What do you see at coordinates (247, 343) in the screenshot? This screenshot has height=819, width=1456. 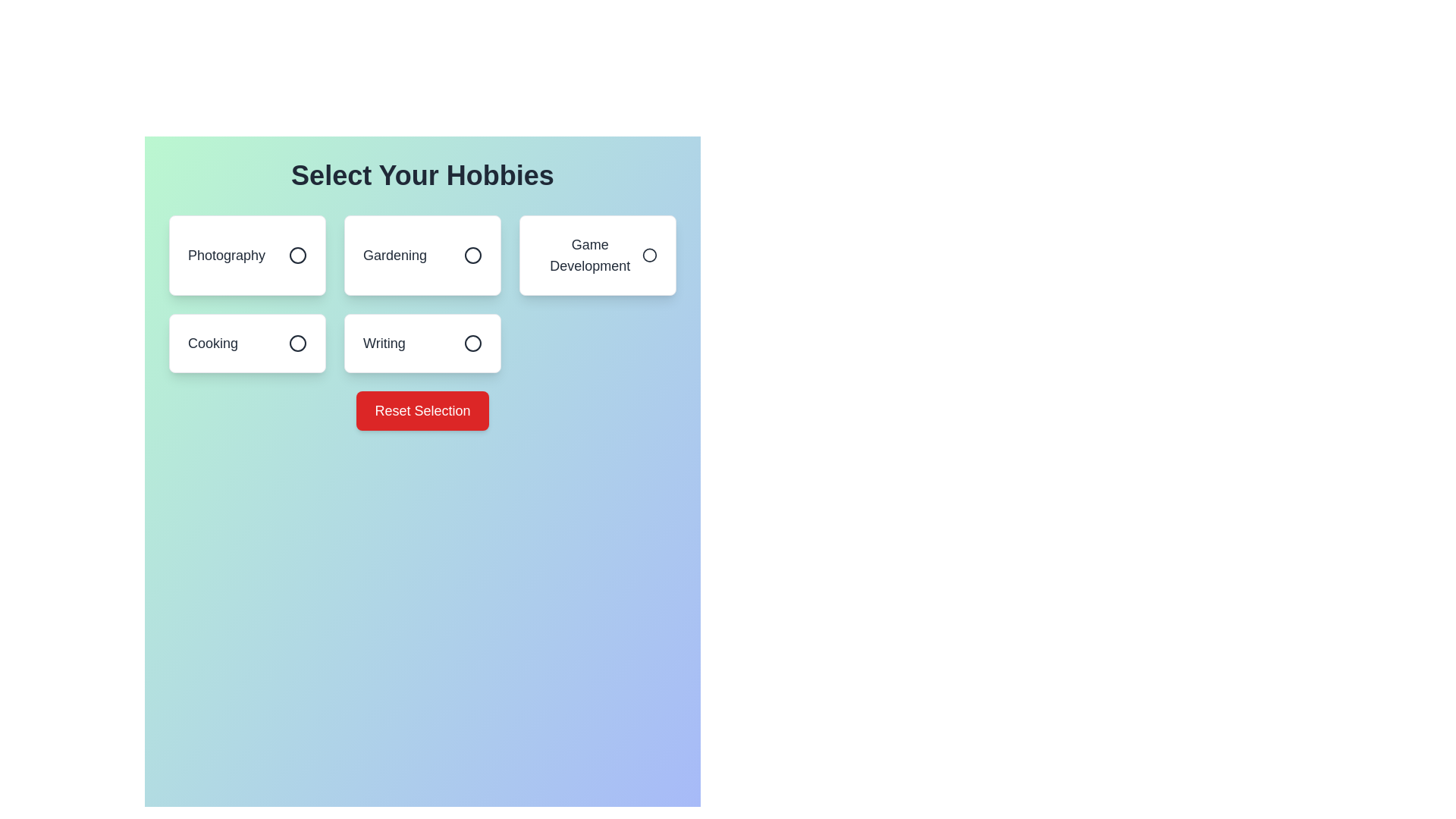 I see `the hobby item Cooking` at bounding box center [247, 343].